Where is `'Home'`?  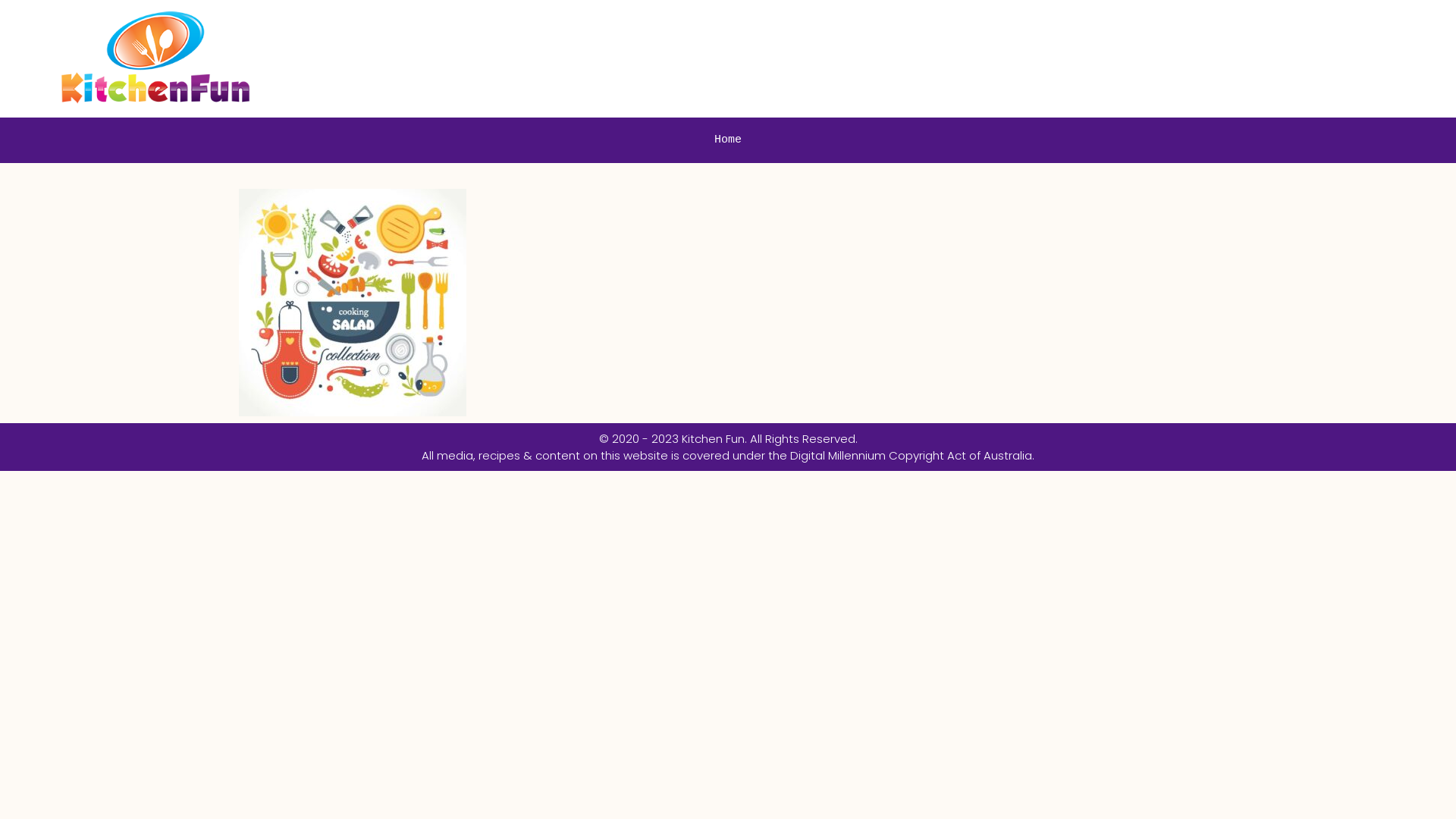 'Home' is located at coordinates (698, 140).